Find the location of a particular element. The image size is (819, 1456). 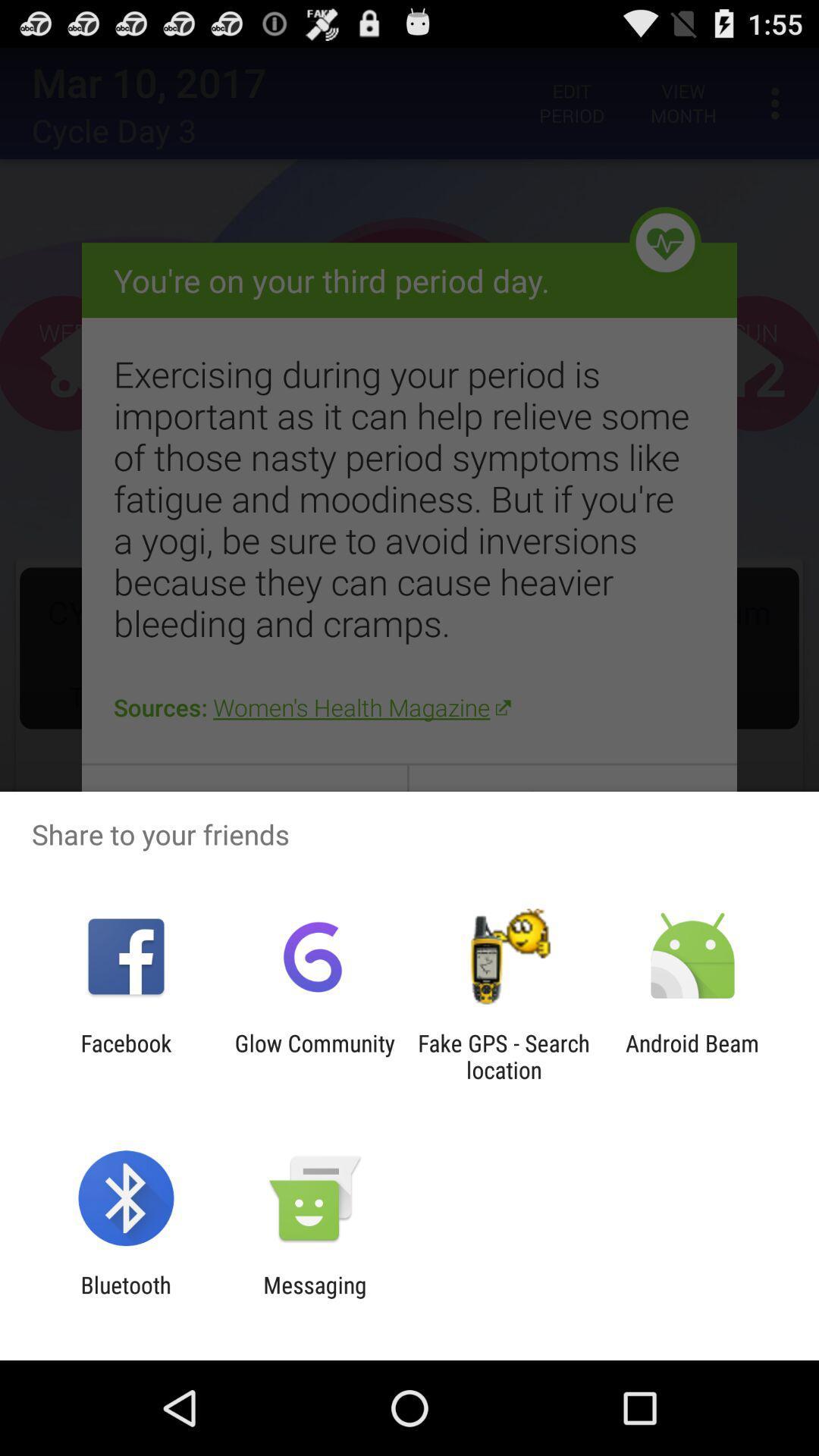

the android beam icon is located at coordinates (692, 1056).